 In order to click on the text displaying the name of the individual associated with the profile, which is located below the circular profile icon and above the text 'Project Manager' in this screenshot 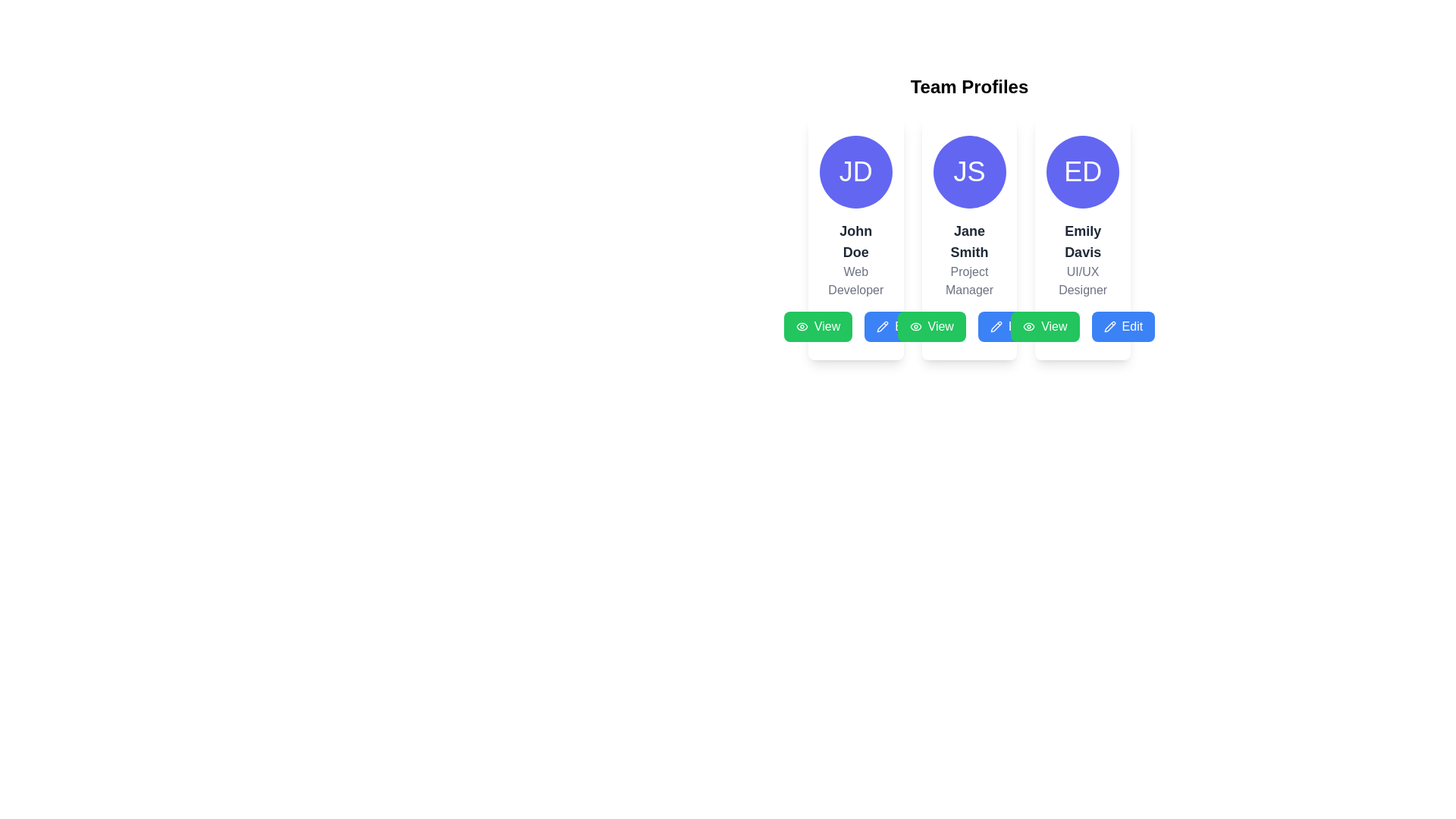, I will do `click(968, 241)`.